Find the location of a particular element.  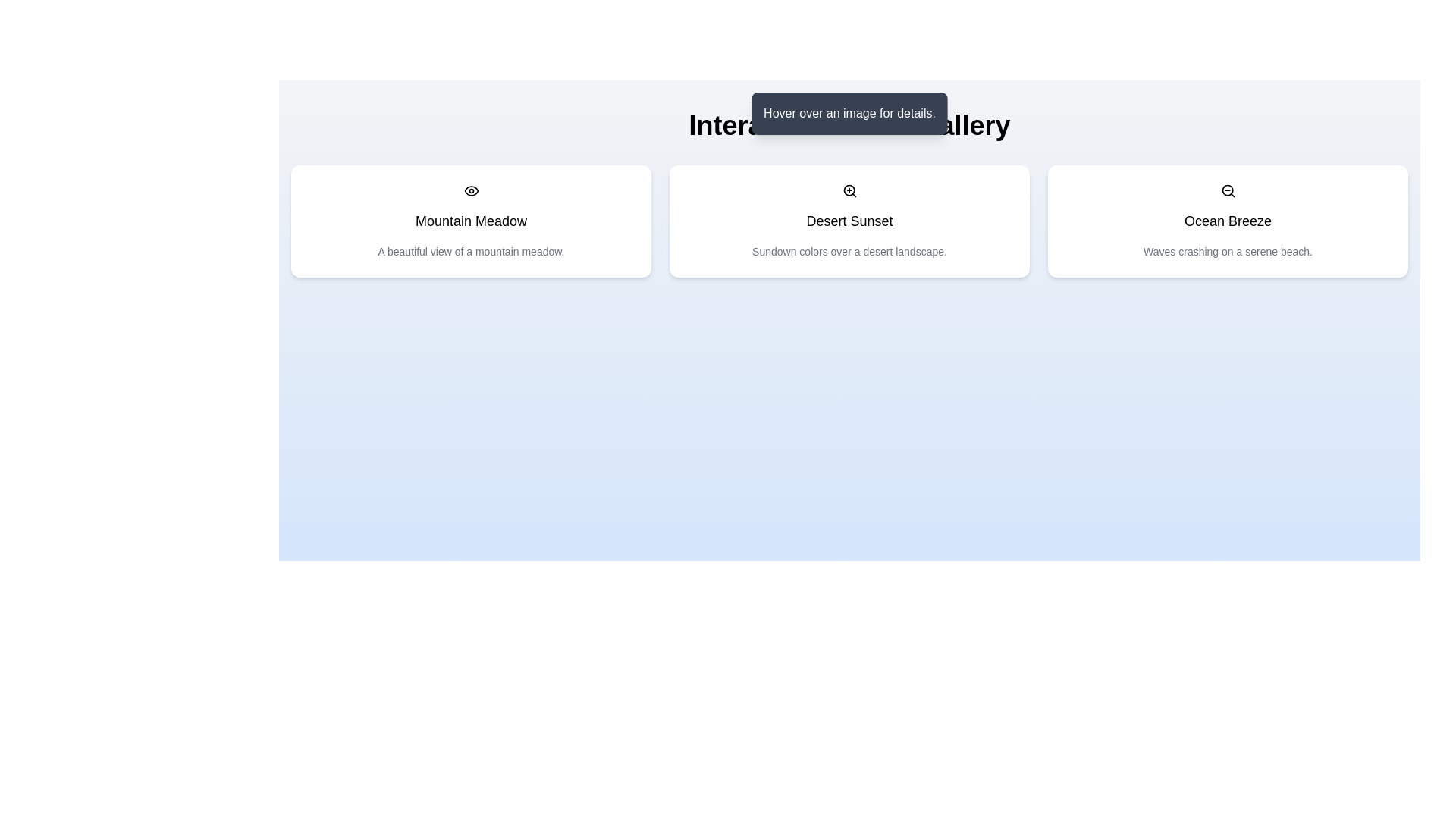

text label that contains the description 'A beautiful view of a mountain meadow.' positioned below the title 'Mountain Meadow' and an eye icon is located at coordinates (470, 250).